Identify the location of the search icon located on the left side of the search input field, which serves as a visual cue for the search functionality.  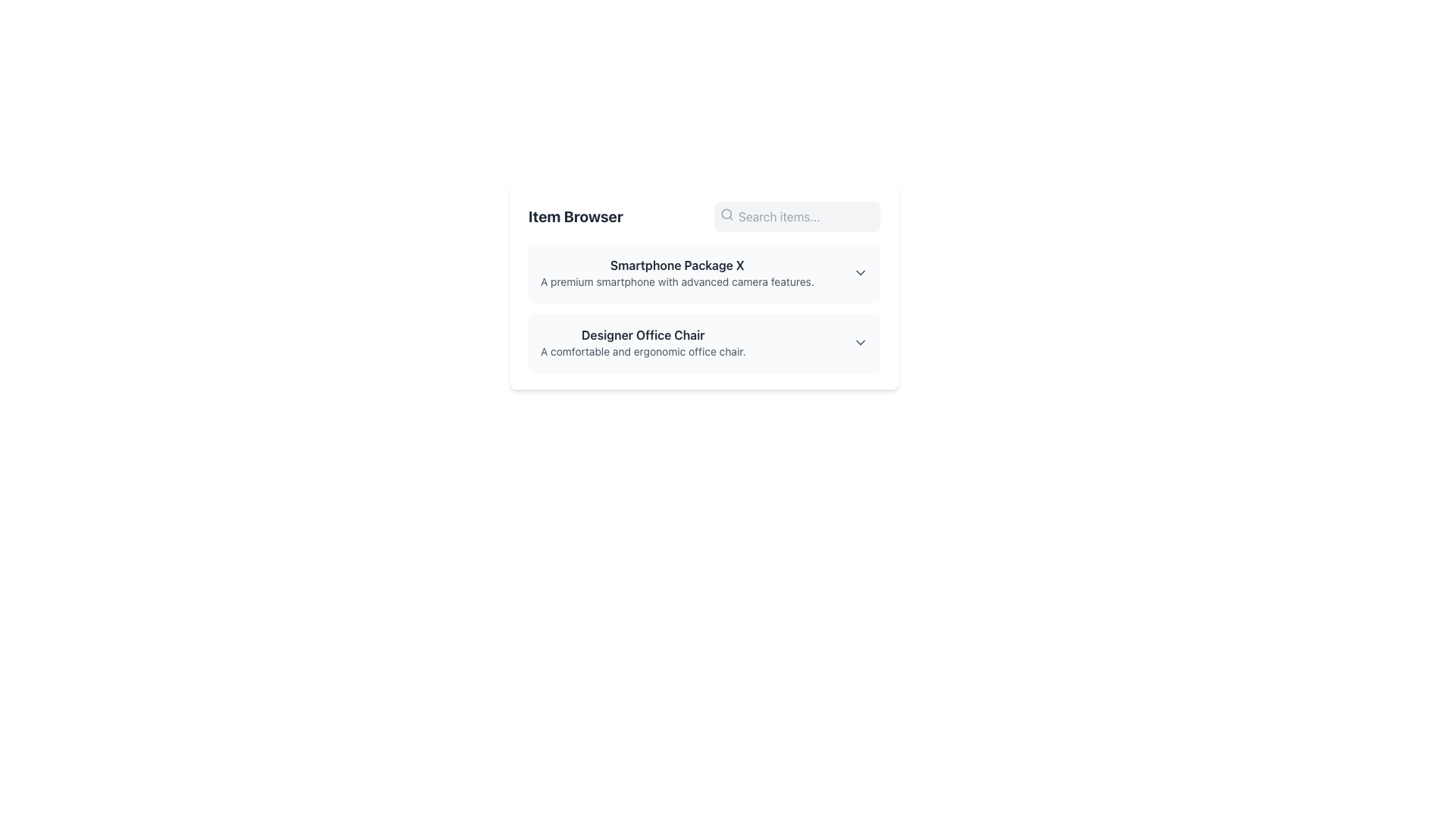
(726, 214).